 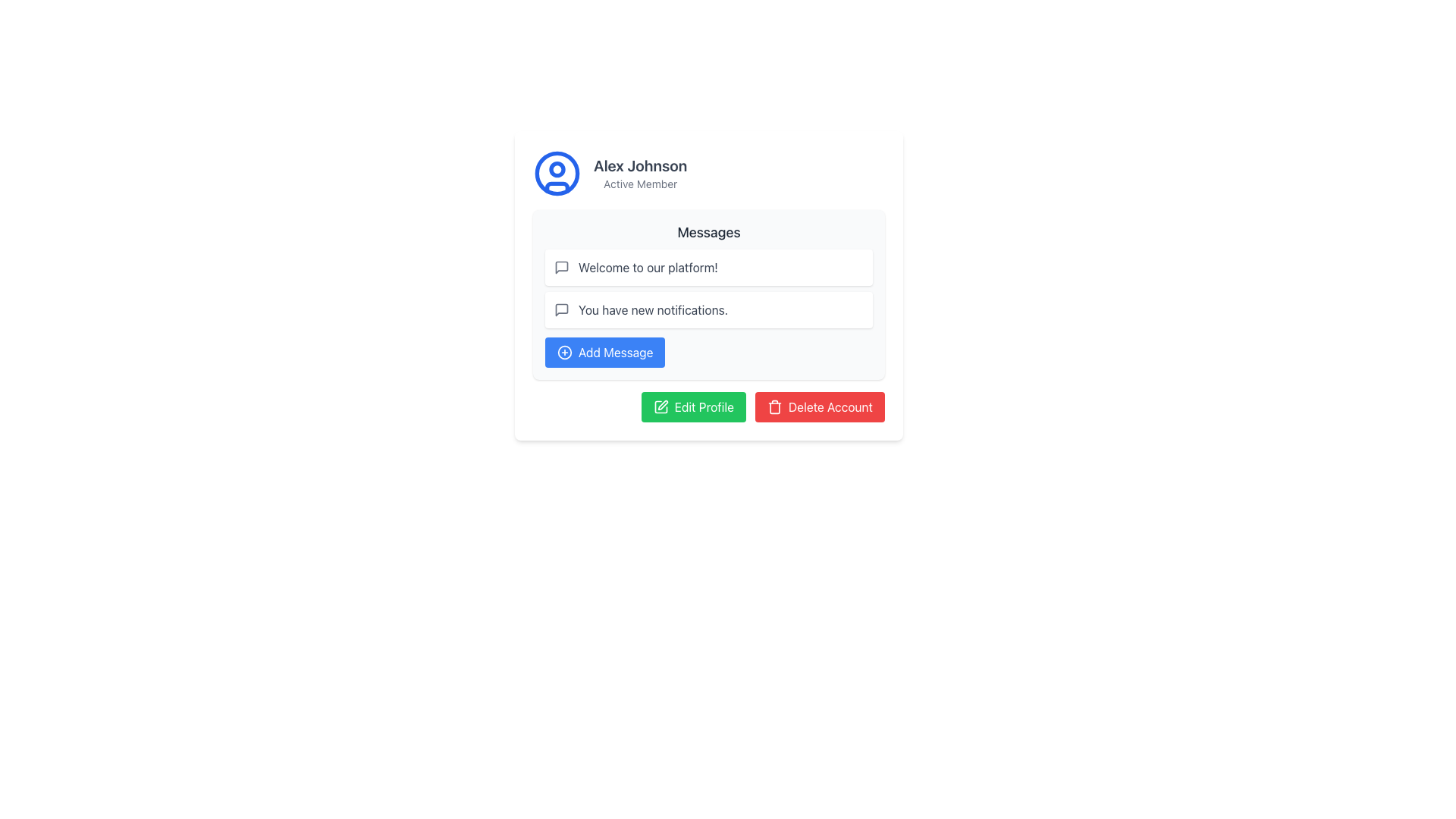 I want to click on the graphical component located at the center of the blue 'Add Message' button to enhance its identification as a user-click target, so click(x=563, y=353).